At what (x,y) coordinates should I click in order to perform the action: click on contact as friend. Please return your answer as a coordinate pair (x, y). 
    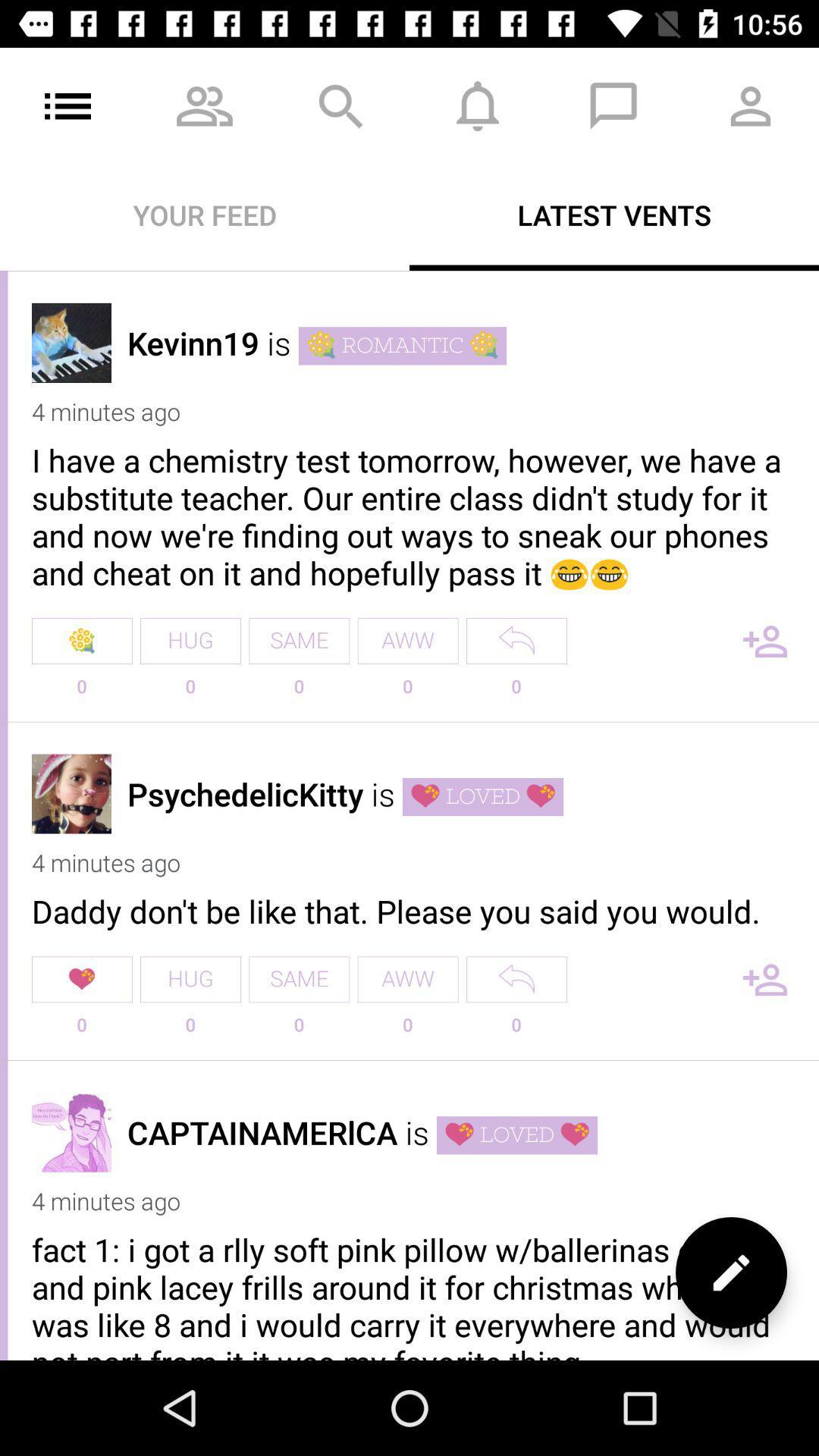
    Looking at the image, I should click on (765, 979).